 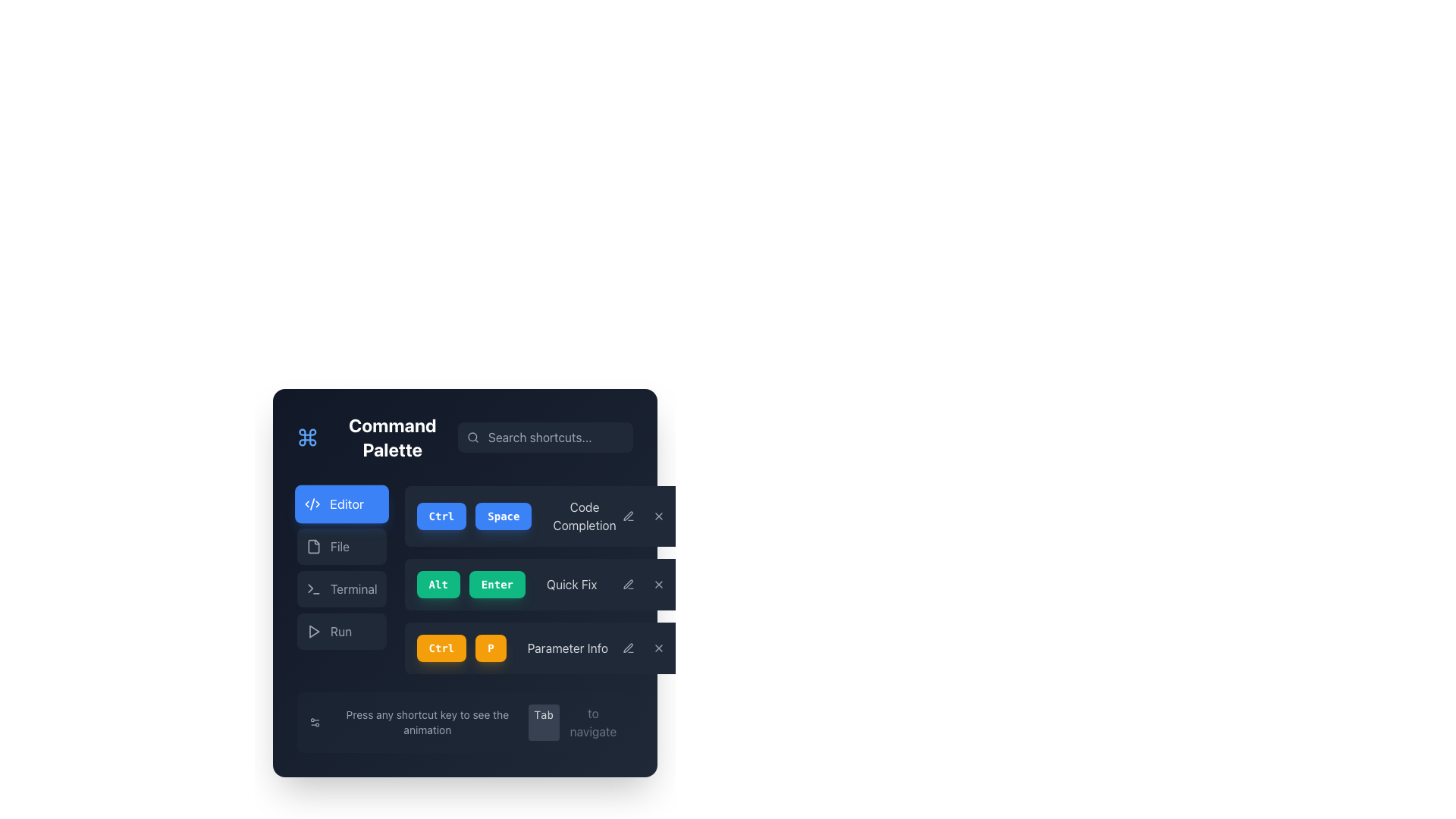 I want to click on the search icon that visually indicates the adjacent input field for entering search queries, located on the left side of the search input field, so click(x=472, y=438).